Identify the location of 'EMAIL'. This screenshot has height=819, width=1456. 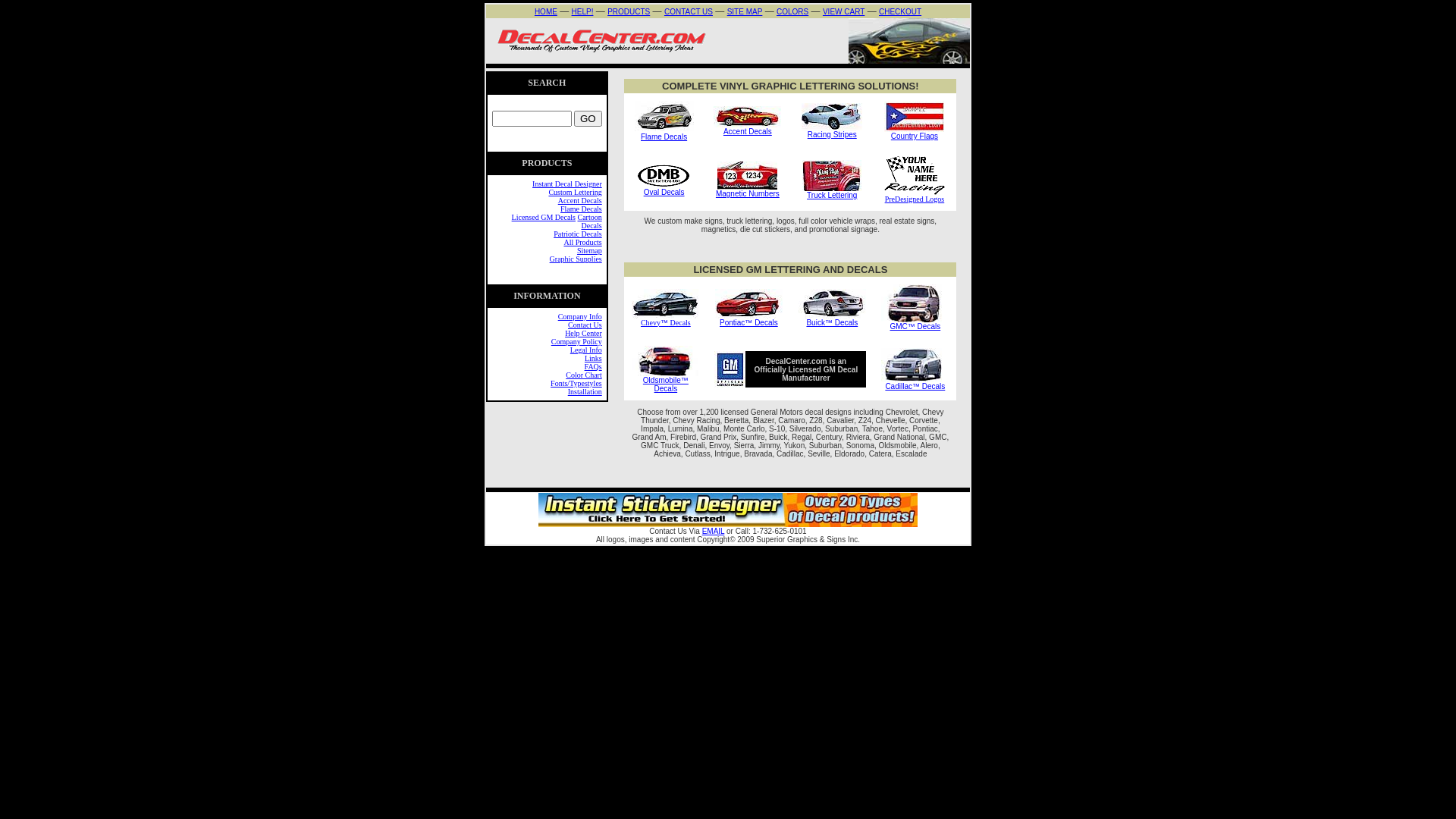
(712, 530).